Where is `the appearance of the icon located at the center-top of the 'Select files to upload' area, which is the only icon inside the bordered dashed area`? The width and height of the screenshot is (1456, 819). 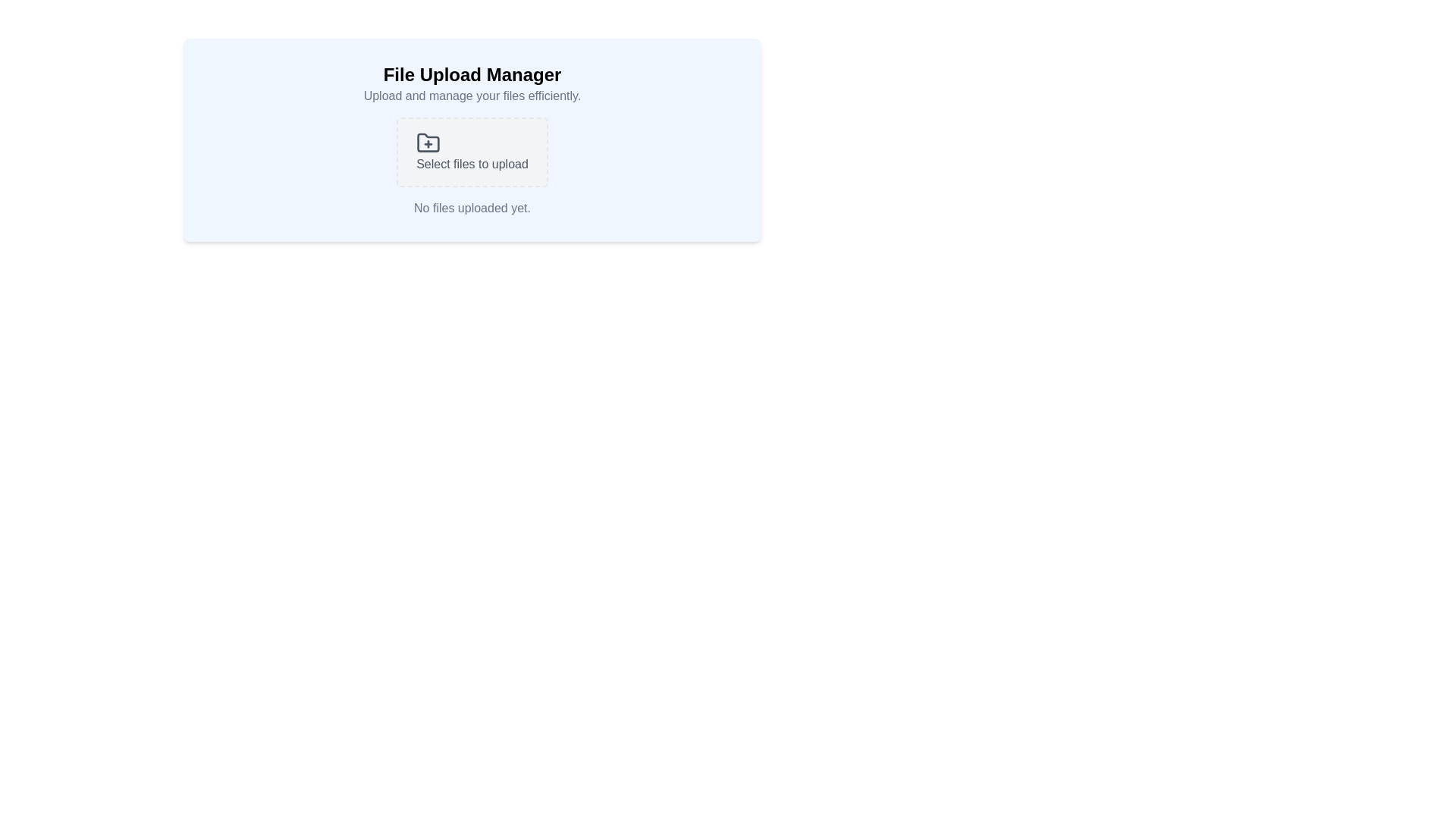 the appearance of the icon located at the center-top of the 'Select files to upload' area, which is the only icon inside the bordered dashed area is located at coordinates (428, 143).